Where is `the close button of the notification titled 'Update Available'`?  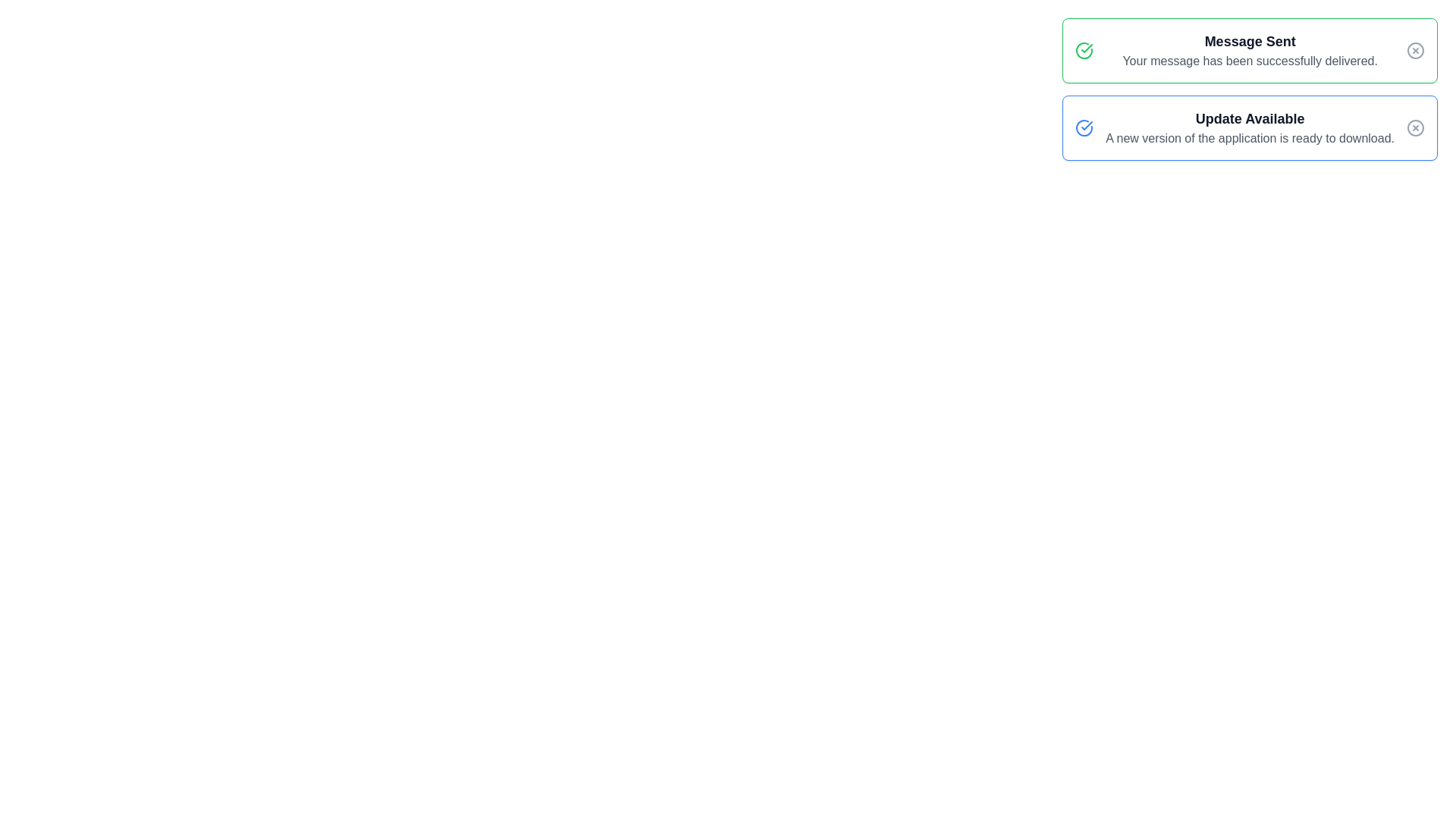 the close button of the notification titled 'Update Available' is located at coordinates (1415, 127).